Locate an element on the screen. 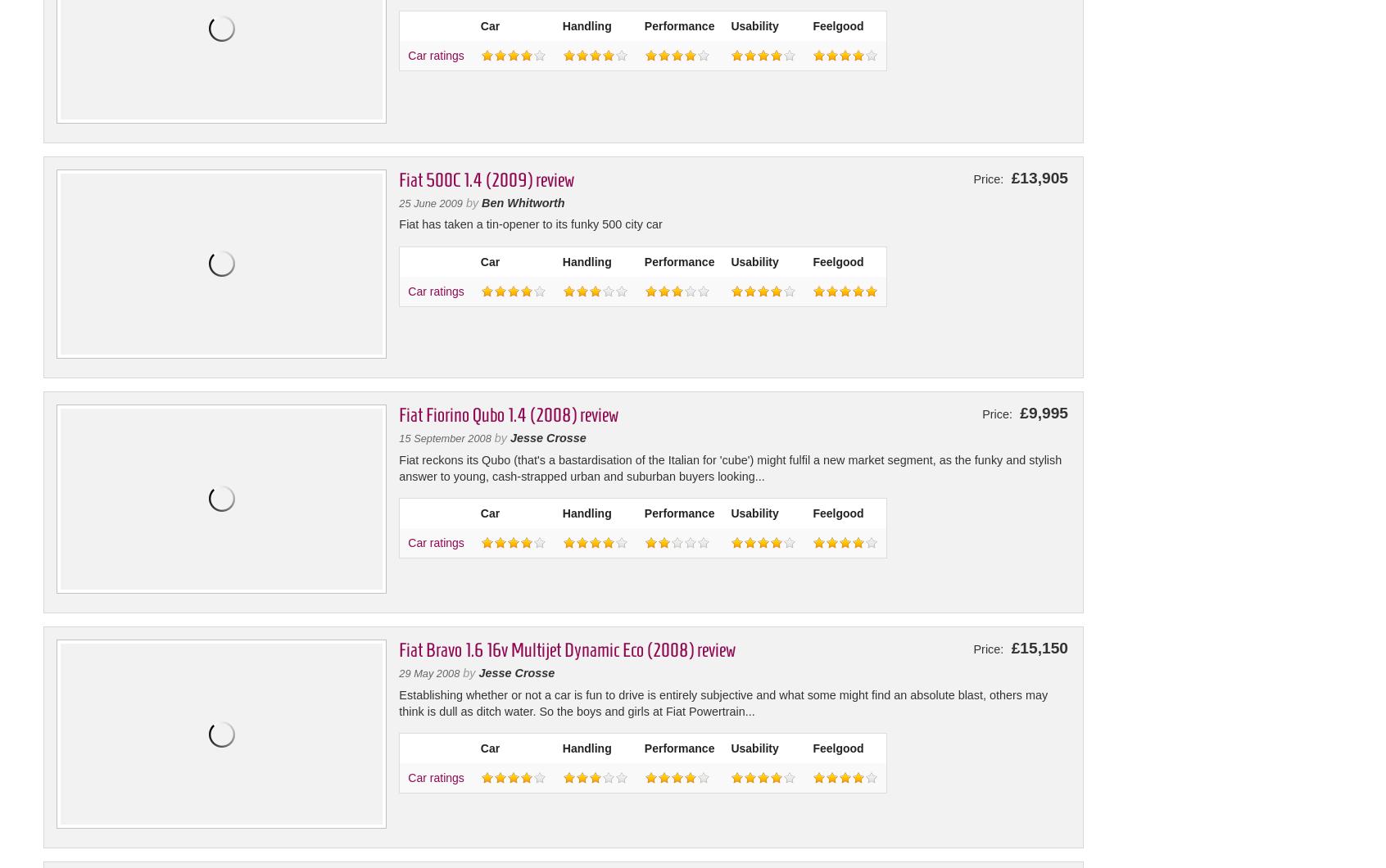  'Fiat 500C 1.4 (2009) review' is located at coordinates (486, 178).